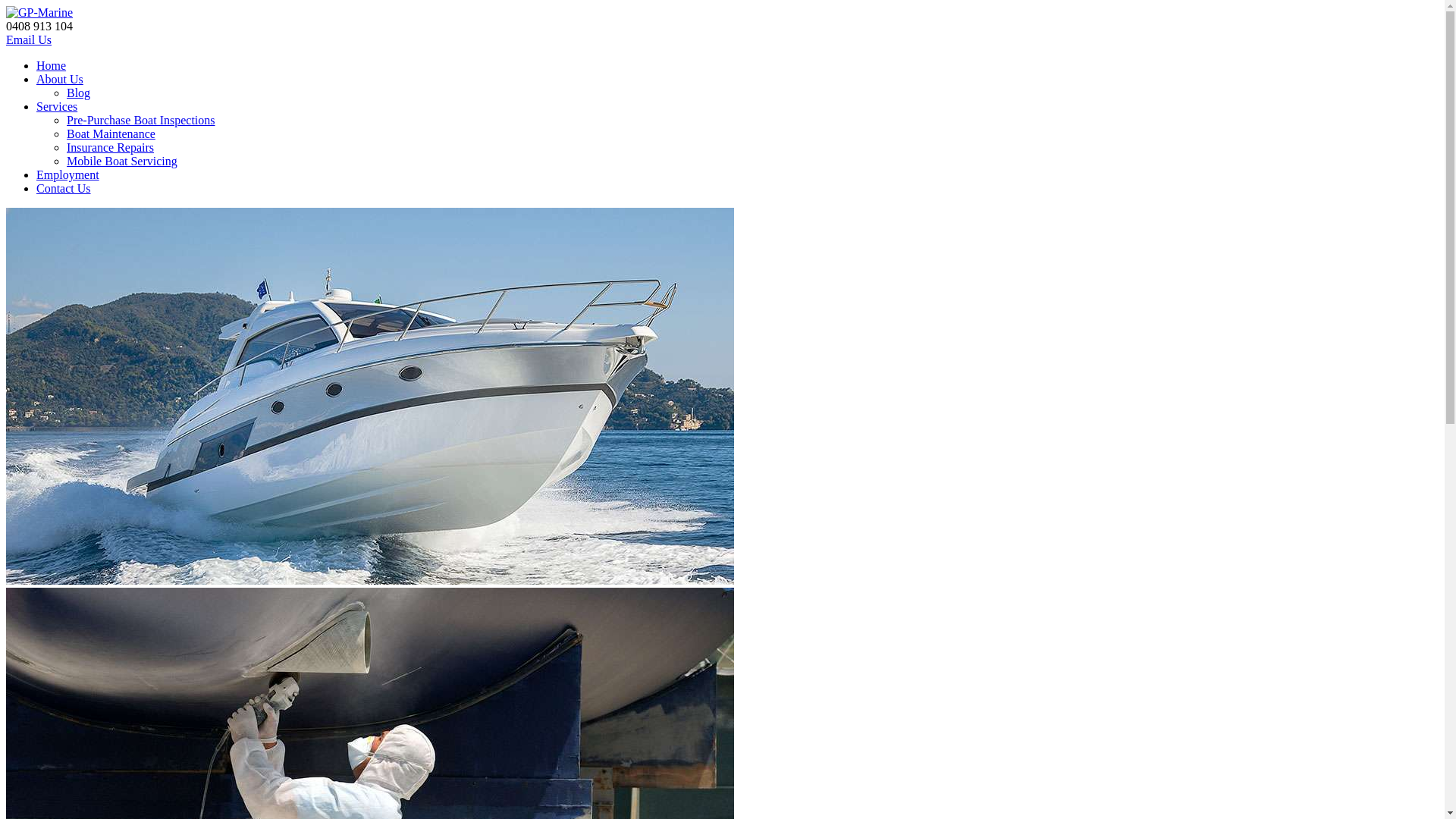  Describe the element at coordinates (122, 161) in the screenshot. I see `'Mobile Boat Servicing'` at that location.